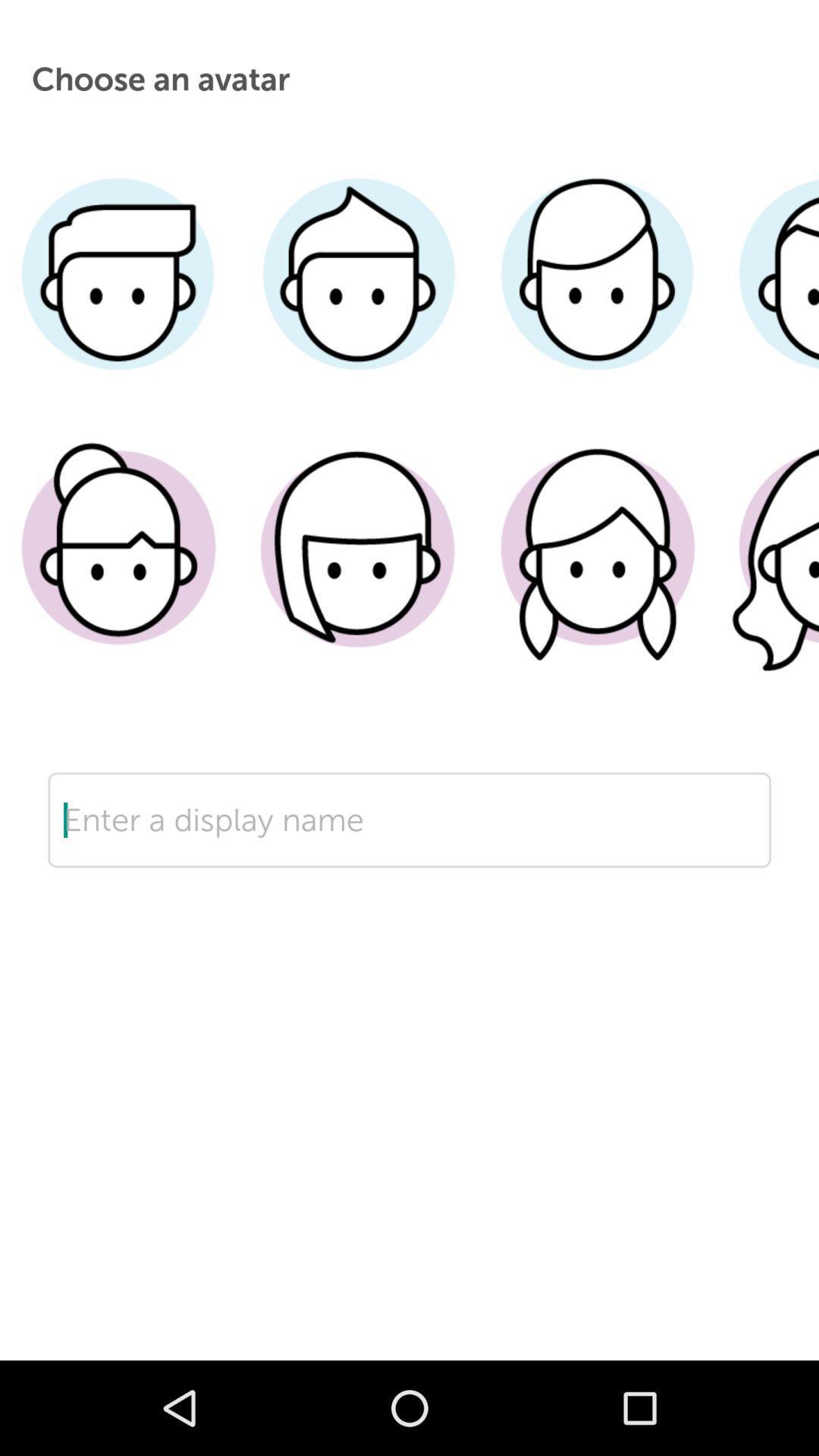 The height and width of the screenshot is (1456, 819). I want to click on chooses the avatar, so click(118, 570).